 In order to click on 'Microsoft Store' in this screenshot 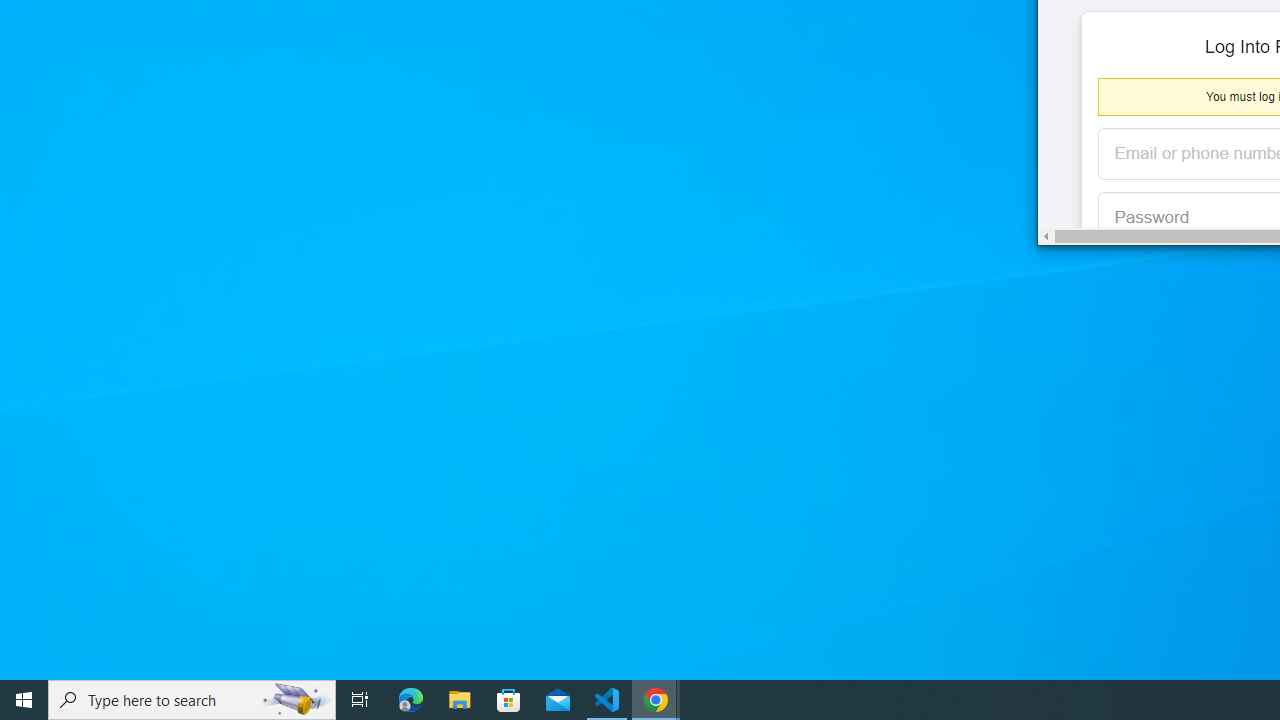, I will do `click(509, 698)`.